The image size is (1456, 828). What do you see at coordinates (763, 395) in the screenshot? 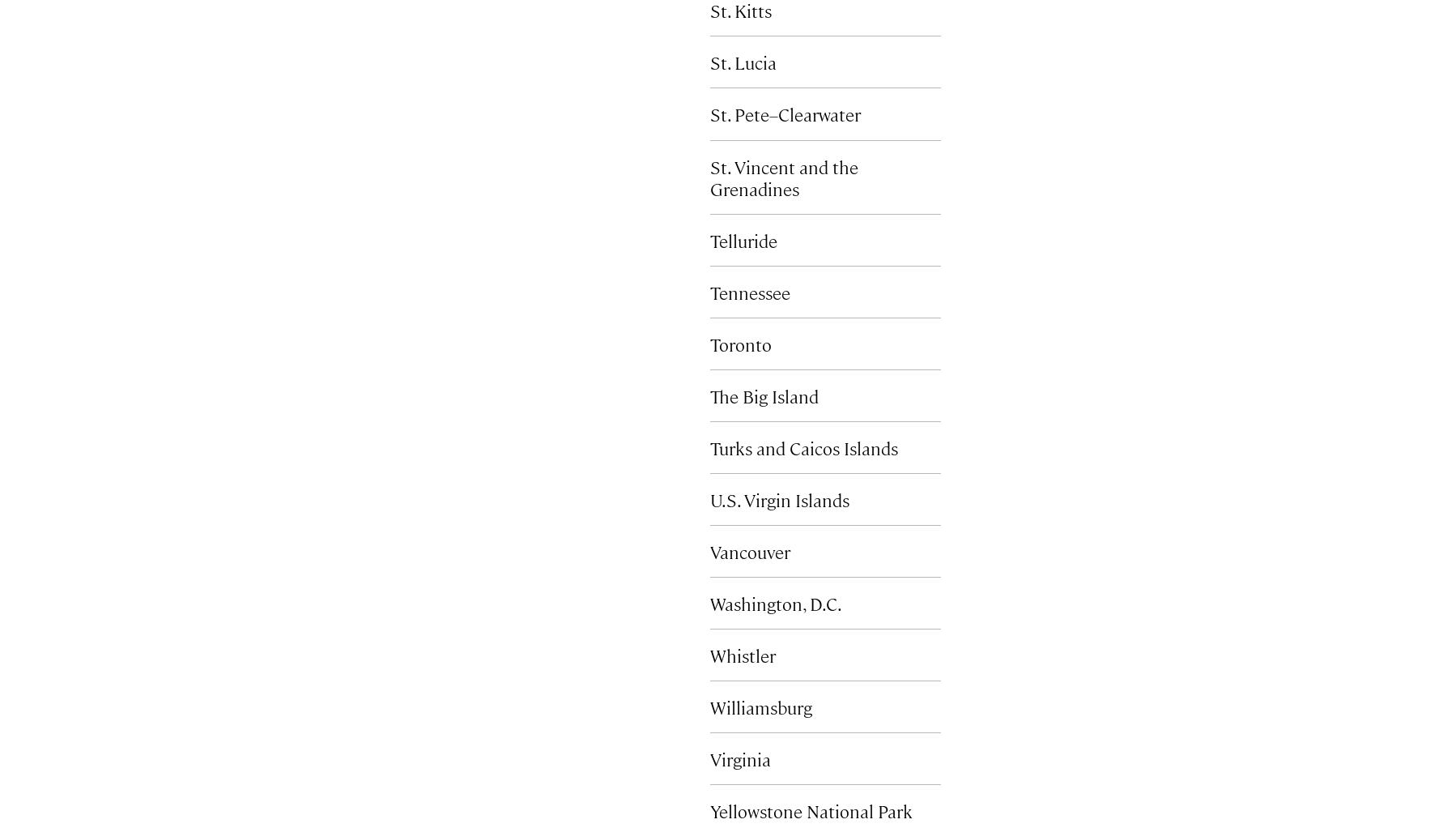
I see `'The Big Island'` at bounding box center [763, 395].